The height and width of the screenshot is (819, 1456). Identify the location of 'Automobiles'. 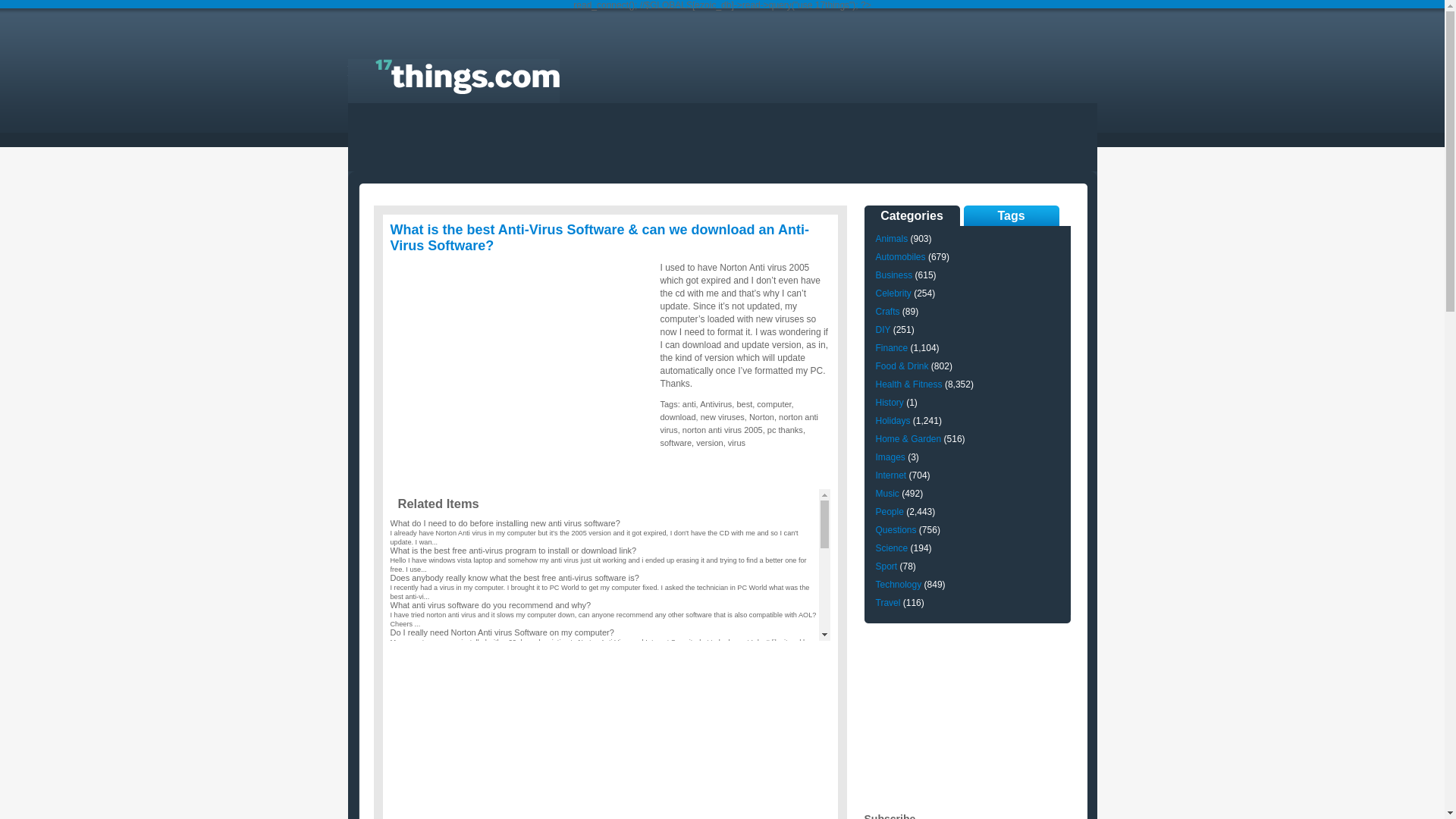
(899, 256).